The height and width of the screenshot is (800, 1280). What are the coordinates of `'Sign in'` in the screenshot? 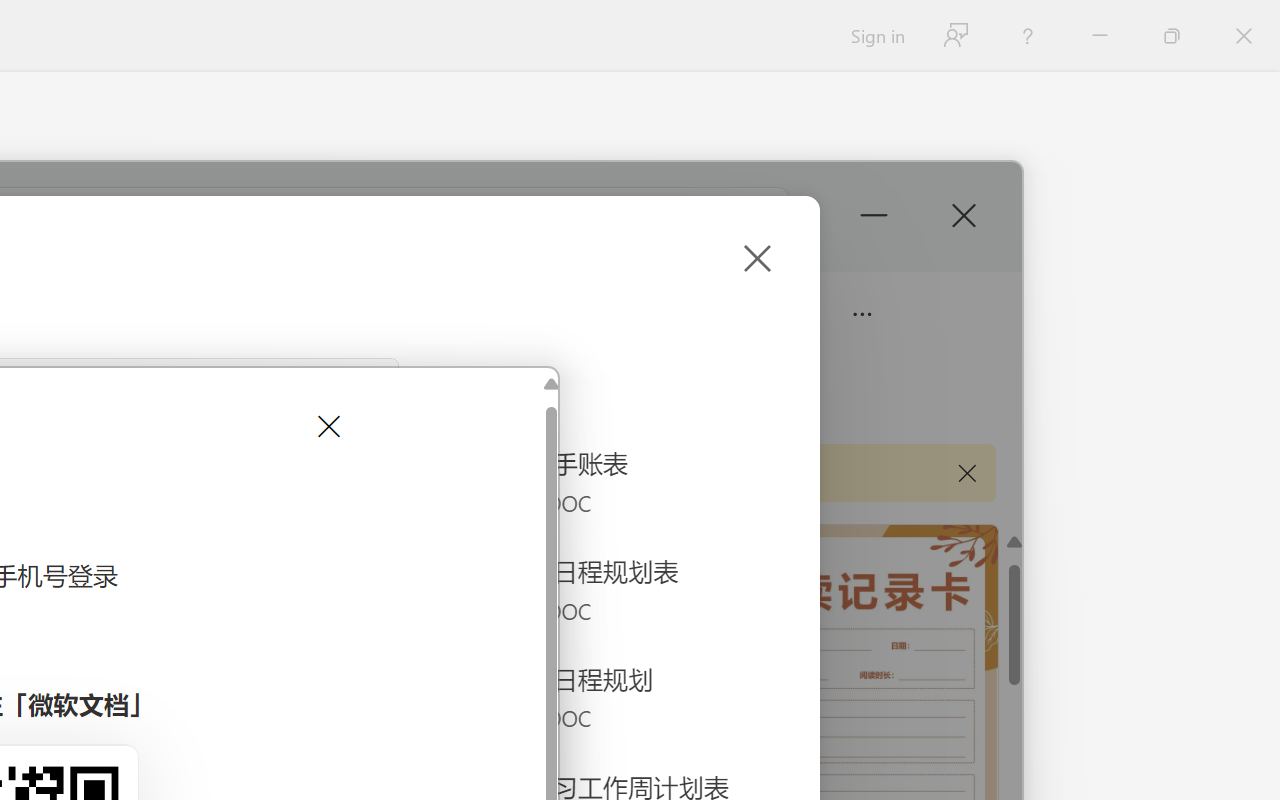 It's located at (876, 34).